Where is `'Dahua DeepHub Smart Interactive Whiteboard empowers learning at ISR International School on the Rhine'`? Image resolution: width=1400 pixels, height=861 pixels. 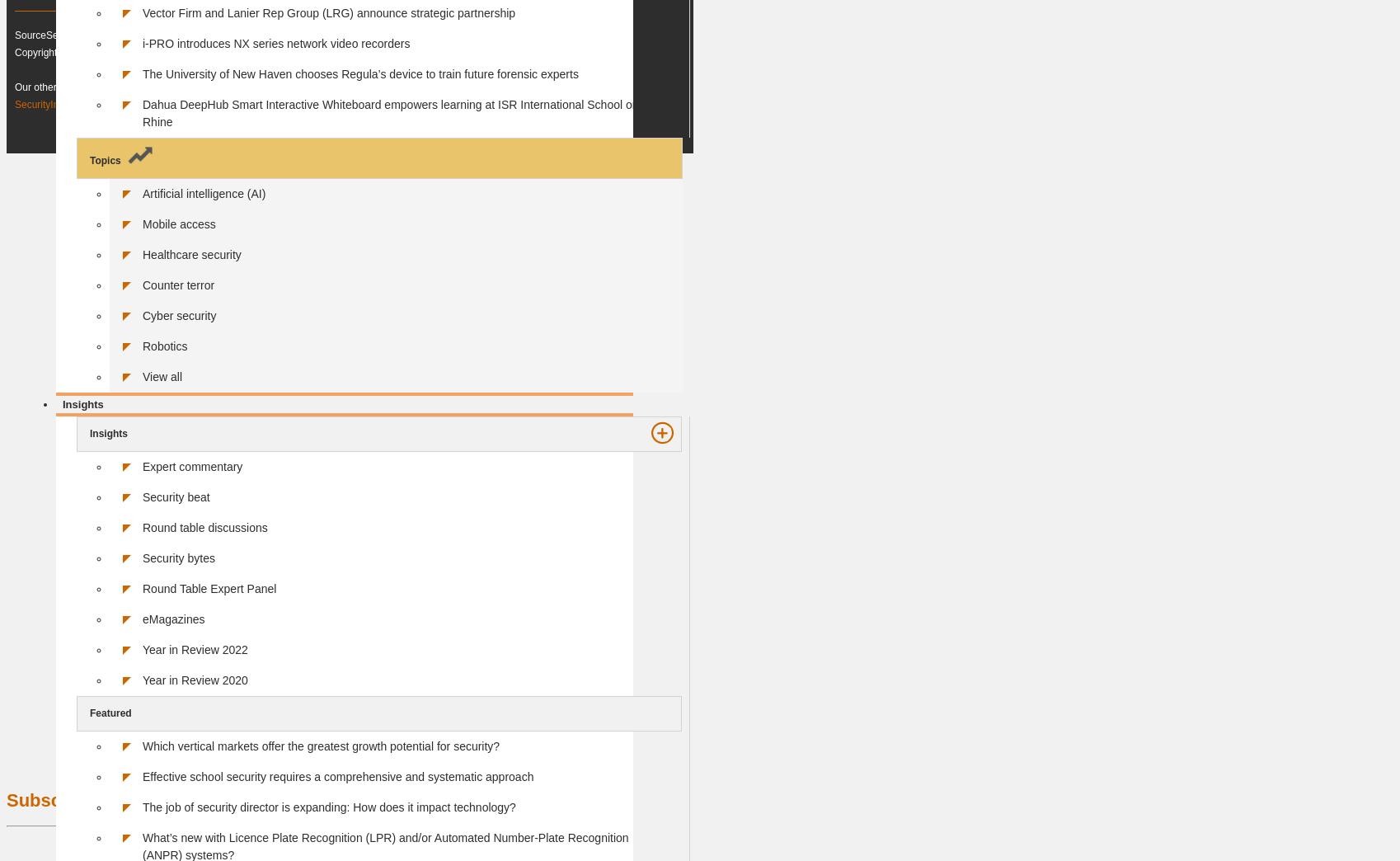
'Dahua DeepHub Smart Interactive Whiteboard empowers learning at ISR International School on the Rhine' is located at coordinates (143, 111).